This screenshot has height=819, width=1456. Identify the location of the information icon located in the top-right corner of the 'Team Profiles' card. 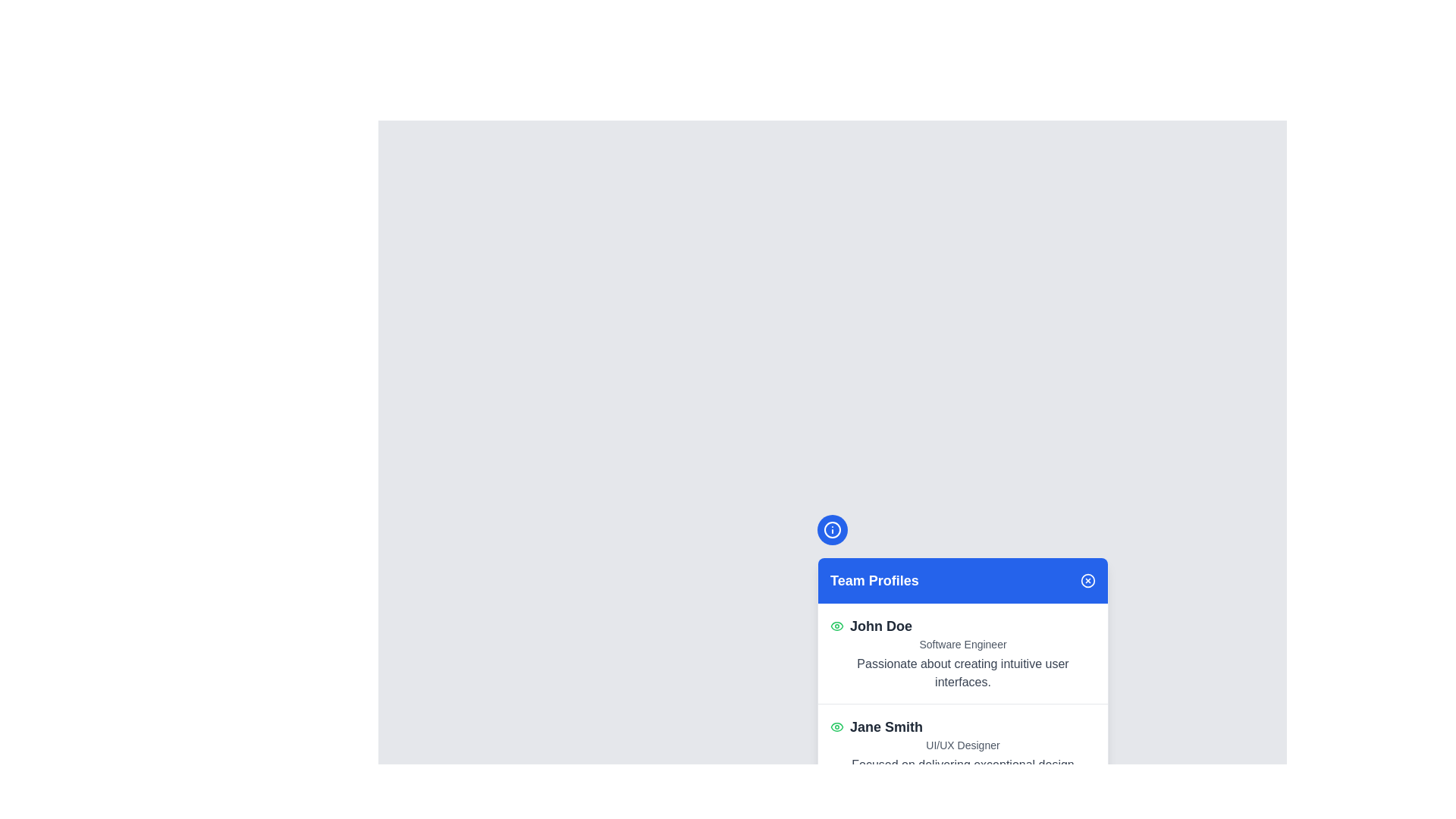
(832, 529).